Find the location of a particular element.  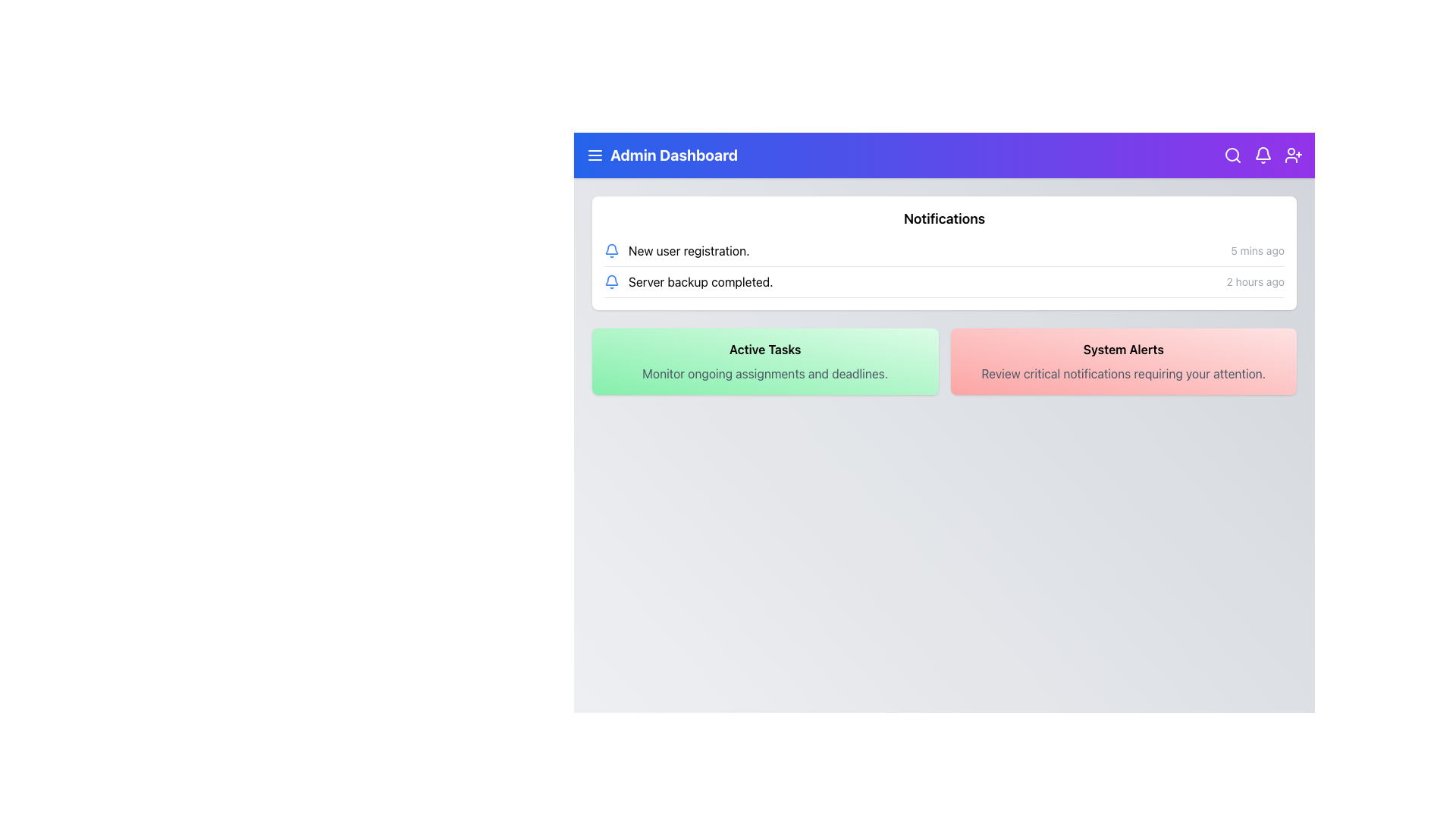

the outlined icon button representing user addition, located at the far right of the top navigation bar is located at coordinates (1292, 155).